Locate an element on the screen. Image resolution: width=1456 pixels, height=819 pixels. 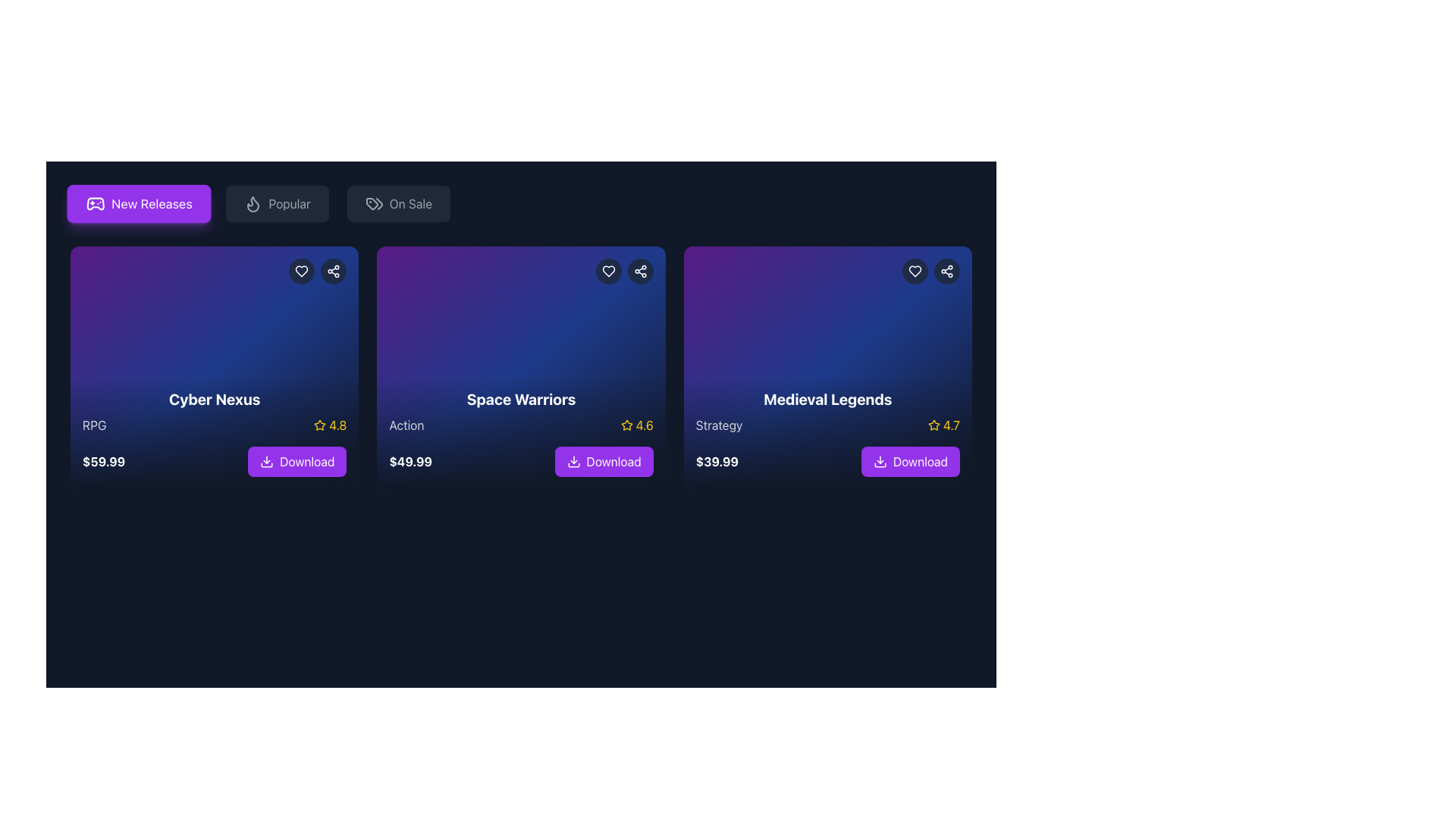
the circular gray button with a white share icon located in the top-right corner of the 'Medieval Legends' card is located at coordinates (946, 271).